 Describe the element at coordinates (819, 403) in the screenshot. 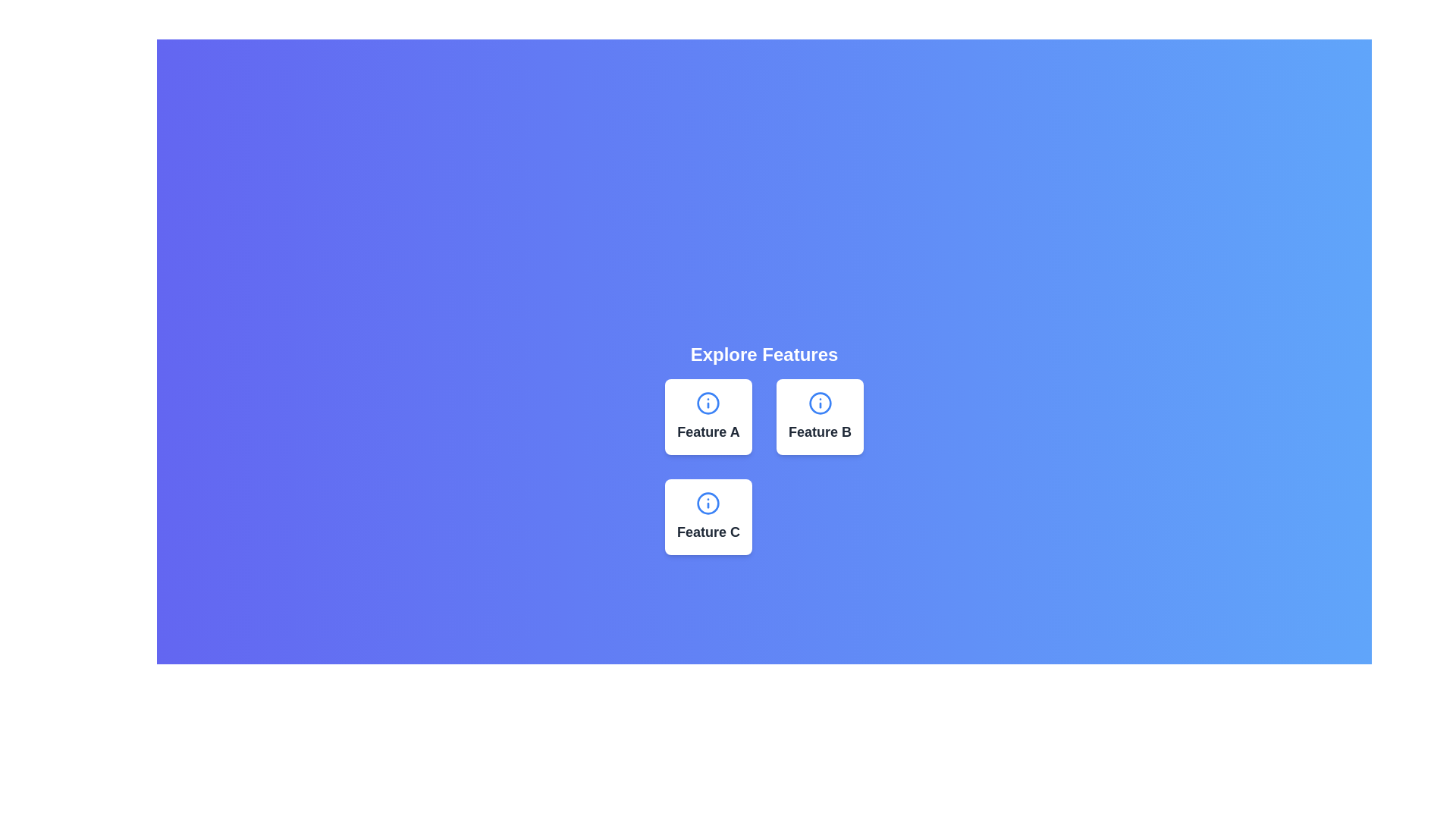

I see `the SVG Circle Element representing an informational icon located inside the square card labeled 'Feature B', which is the second card in a three-card layout` at that location.